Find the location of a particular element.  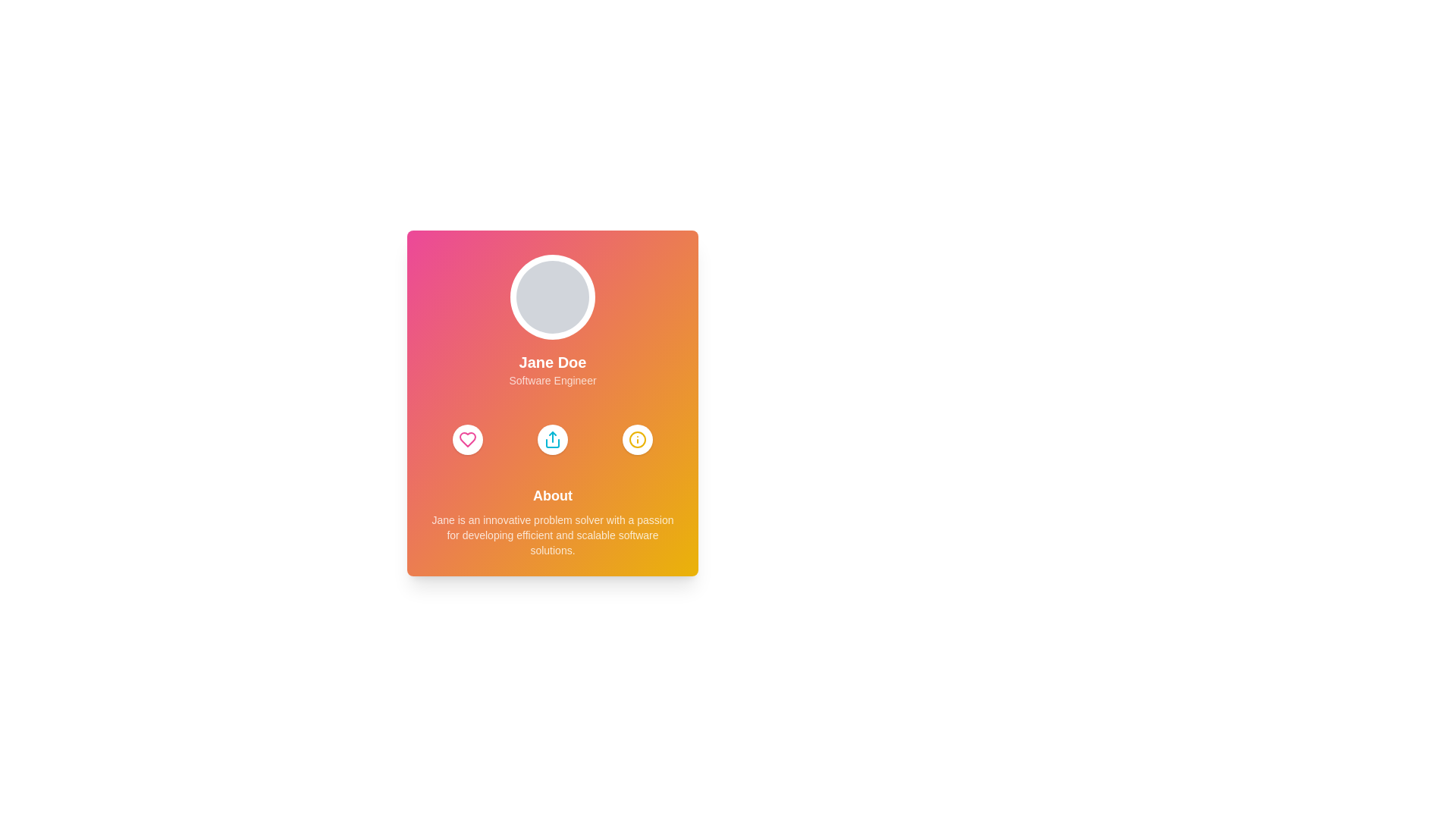

paragraph of text styled in a smaller font size with a lighter white color, positioned beneath the 'About' heading in the rectangular widget with a gradient background is located at coordinates (552, 534).